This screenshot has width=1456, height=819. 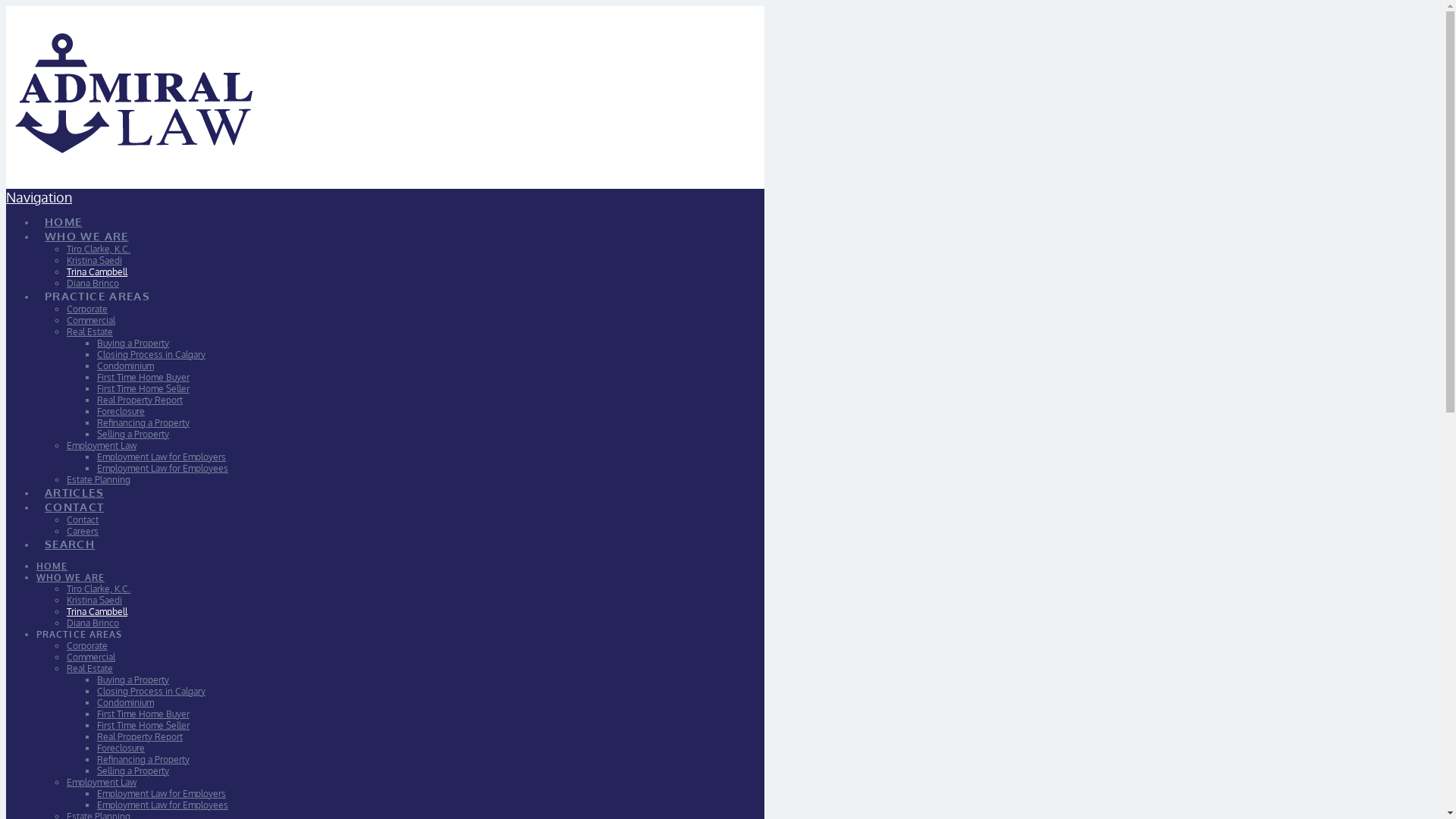 I want to click on 'First Time Home Seller', so click(x=143, y=724).